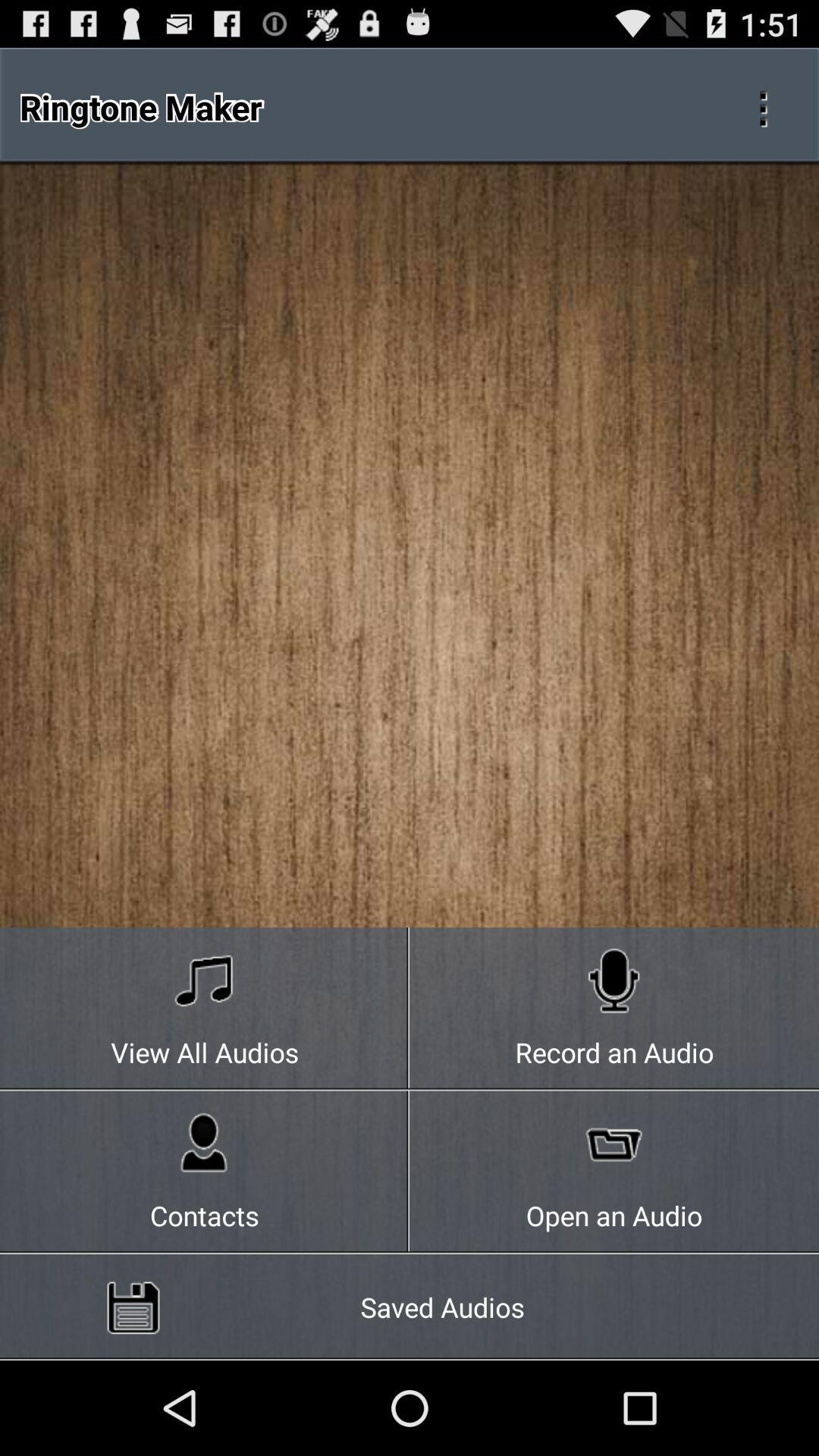 The width and height of the screenshot is (819, 1456). Describe the element at coordinates (205, 1172) in the screenshot. I see `button below the view all audios button` at that location.